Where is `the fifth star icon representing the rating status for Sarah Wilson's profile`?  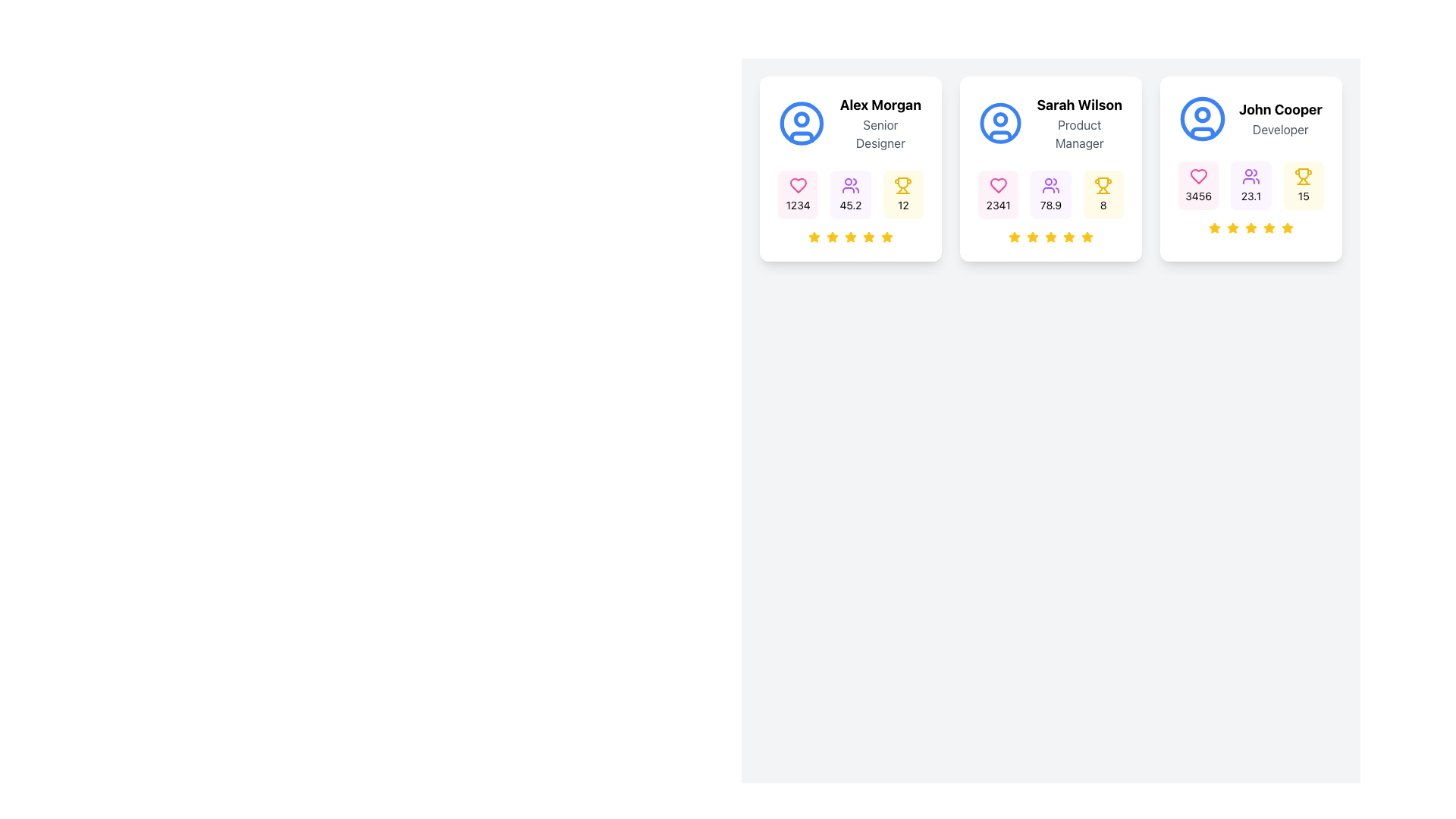
the fifth star icon representing the rating status for Sarah Wilson's profile is located at coordinates (1087, 237).